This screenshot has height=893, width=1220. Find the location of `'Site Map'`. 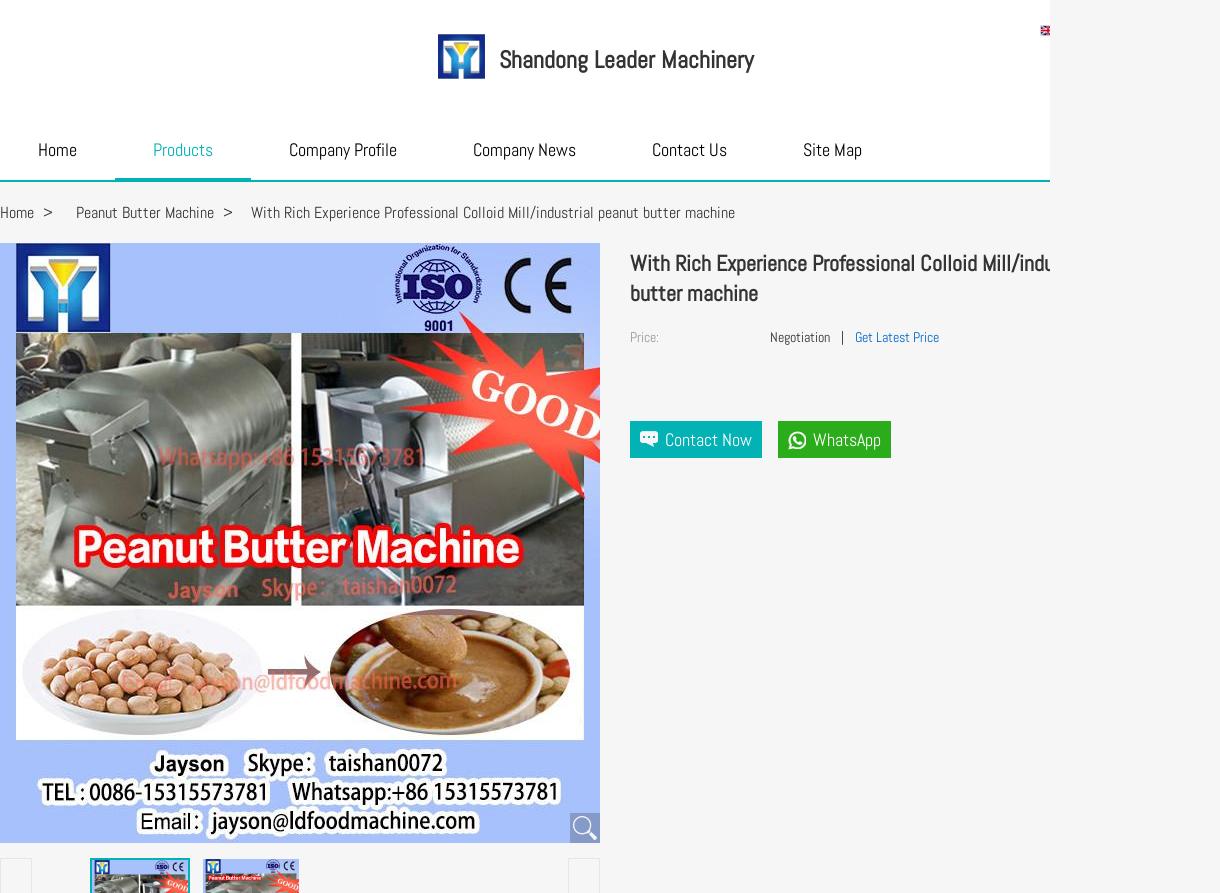

'Site Map' is located at coordinates (832, 149).